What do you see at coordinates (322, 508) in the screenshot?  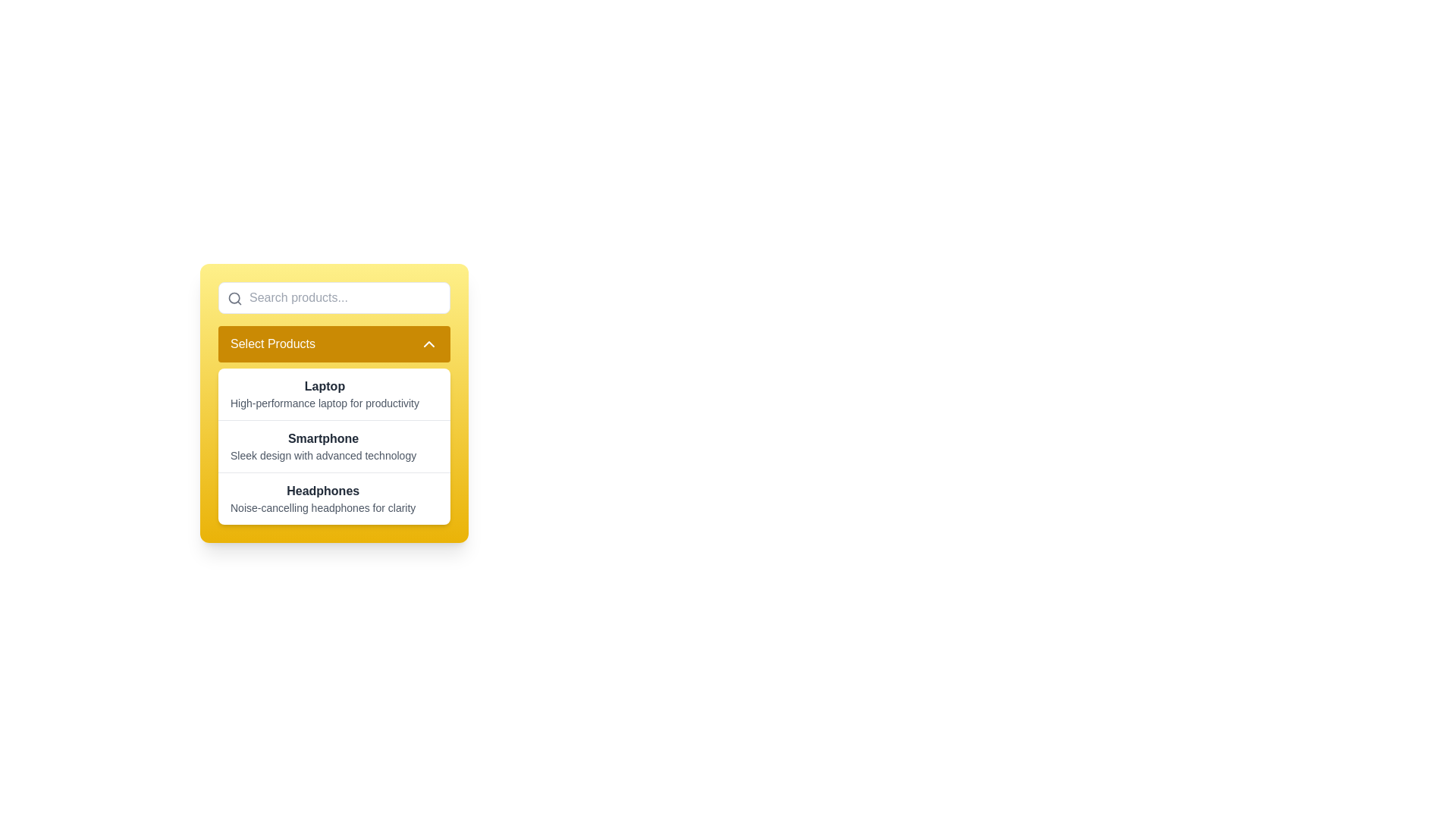 I see `the descriptive text located in the lower part of the vertical list under the 'Headphones' option` at bounding box center [322, 508].